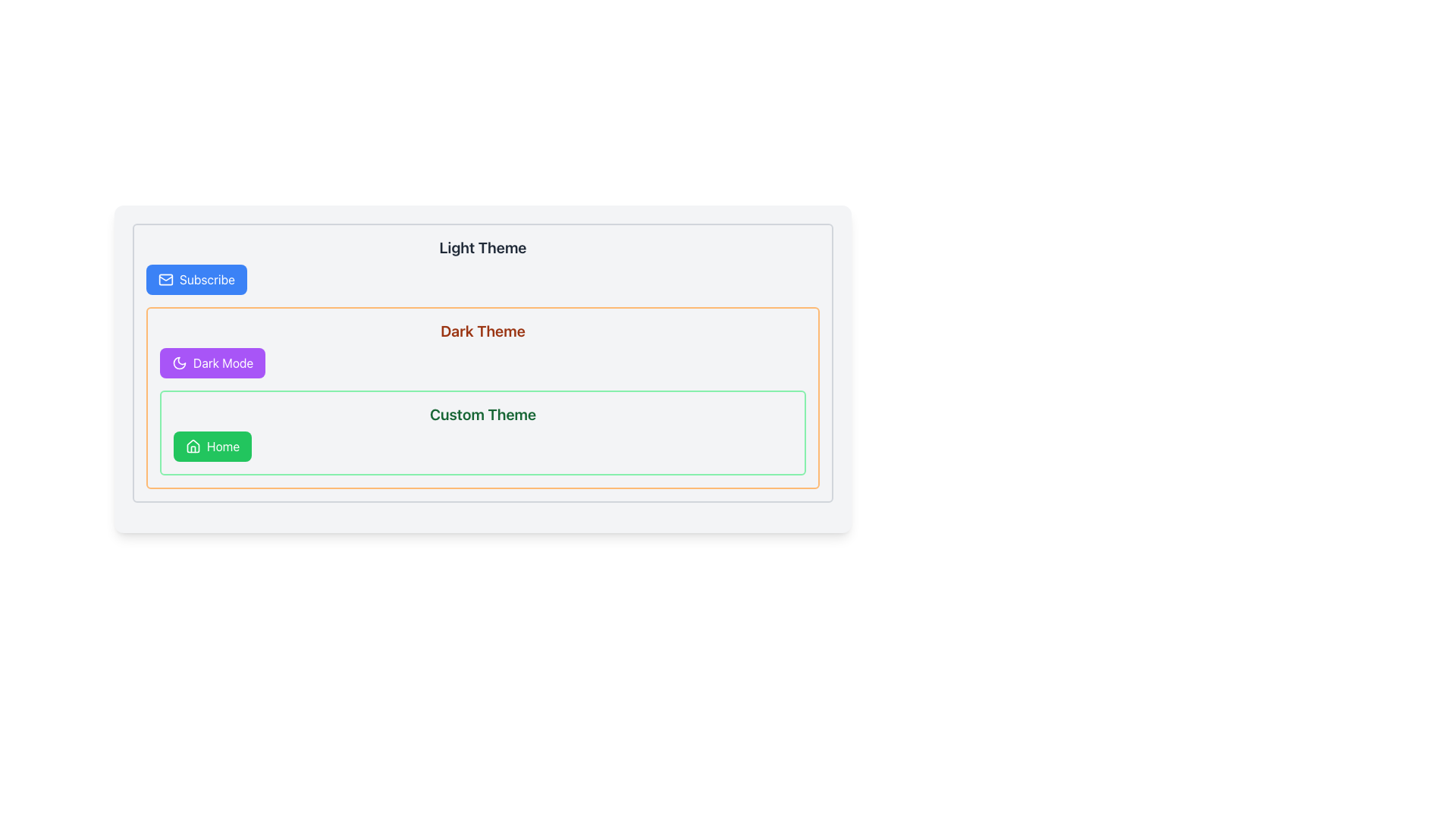  Describe the element at coordinates (166, 280) in the screenshot. I see `the mail icon located inside the blue 'Subscribe' button in the top-left region of the interface` at that location.